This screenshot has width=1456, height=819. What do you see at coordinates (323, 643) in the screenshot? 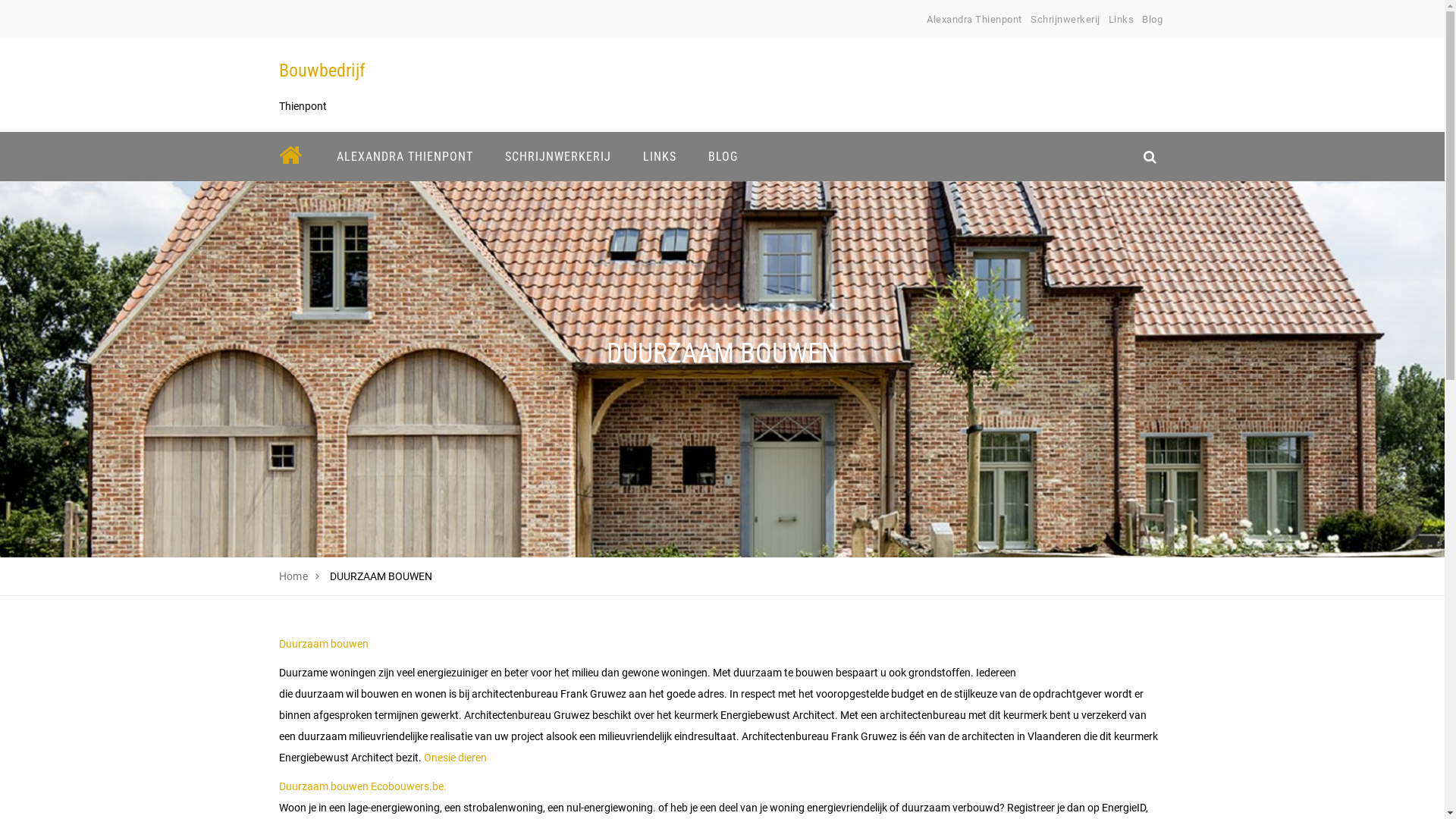
I see `'Duurzaam bouwen'` at bounding box center [323, 643].